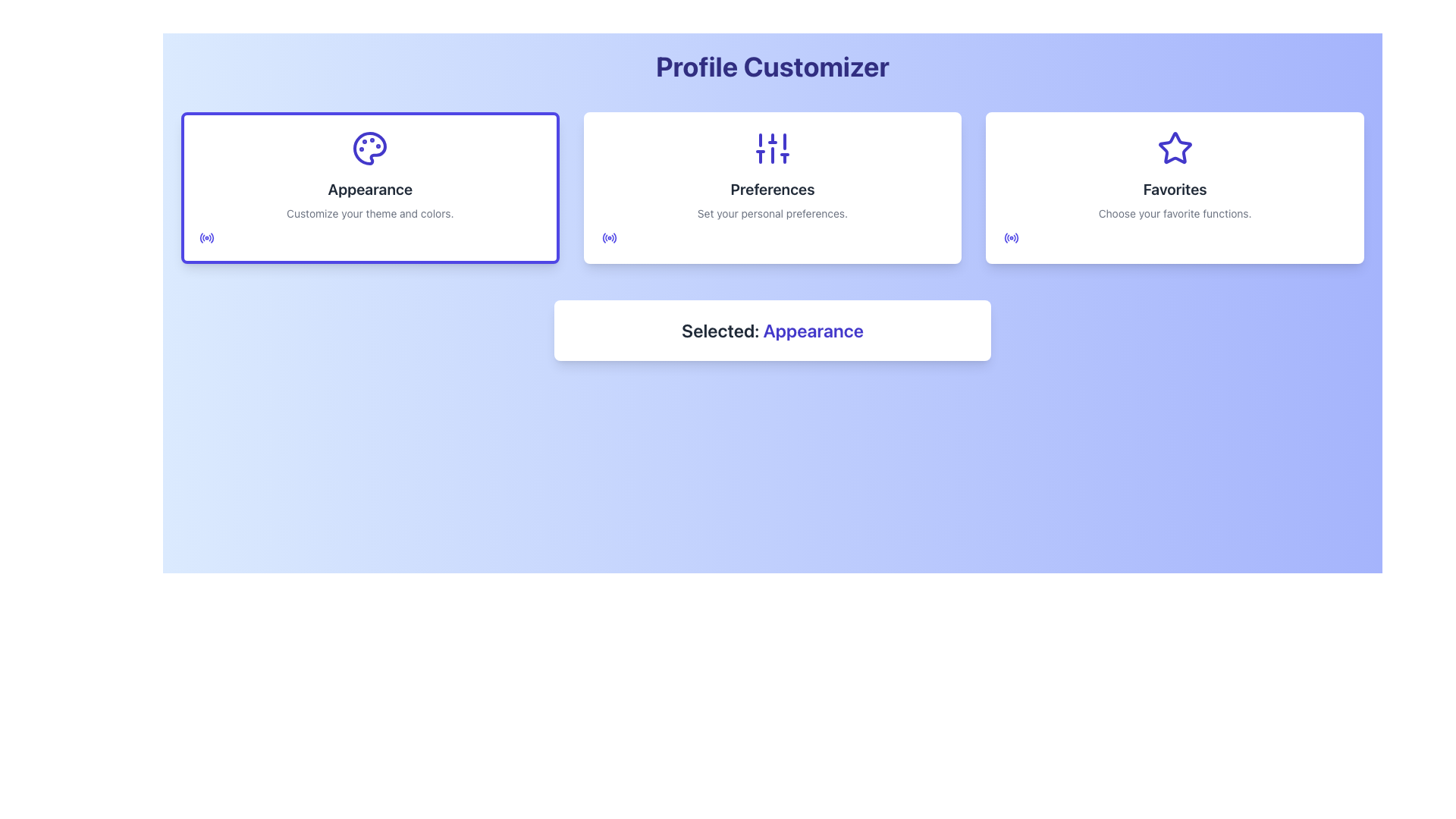 Image resolution: width=1456 pixels, height=819 pixels. Describe the element at coordinates (1012, 237) in the screenshot. I see `the 'Favorites' radio button located at the bottom-center of the 'Favorites' card in the 'Profile Customizer' interface` at that location.